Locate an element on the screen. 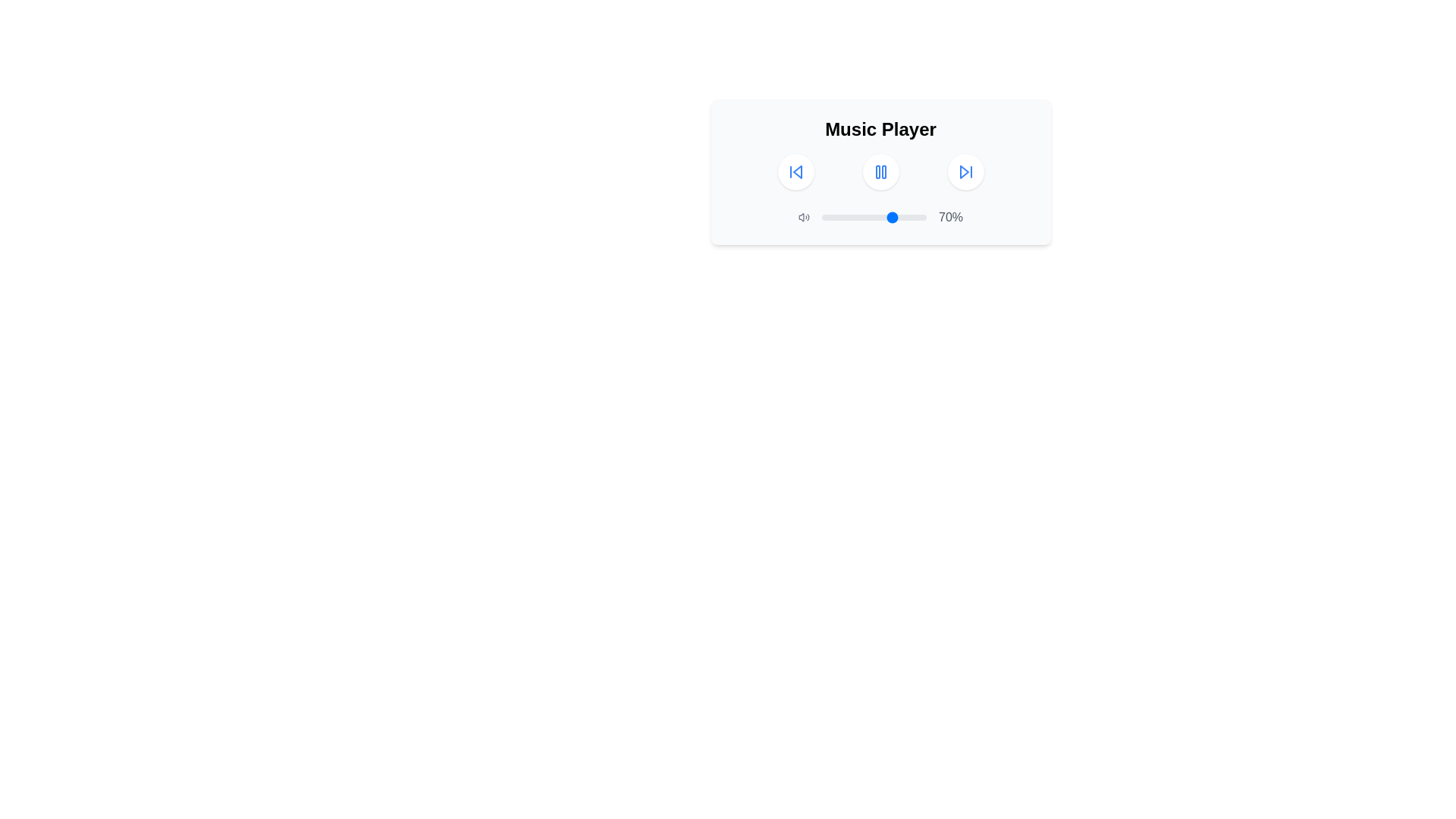  the blue skip-backward icon button within a circular white button in the music player interface for accessibility purposes is located at coordinates (795, 171).